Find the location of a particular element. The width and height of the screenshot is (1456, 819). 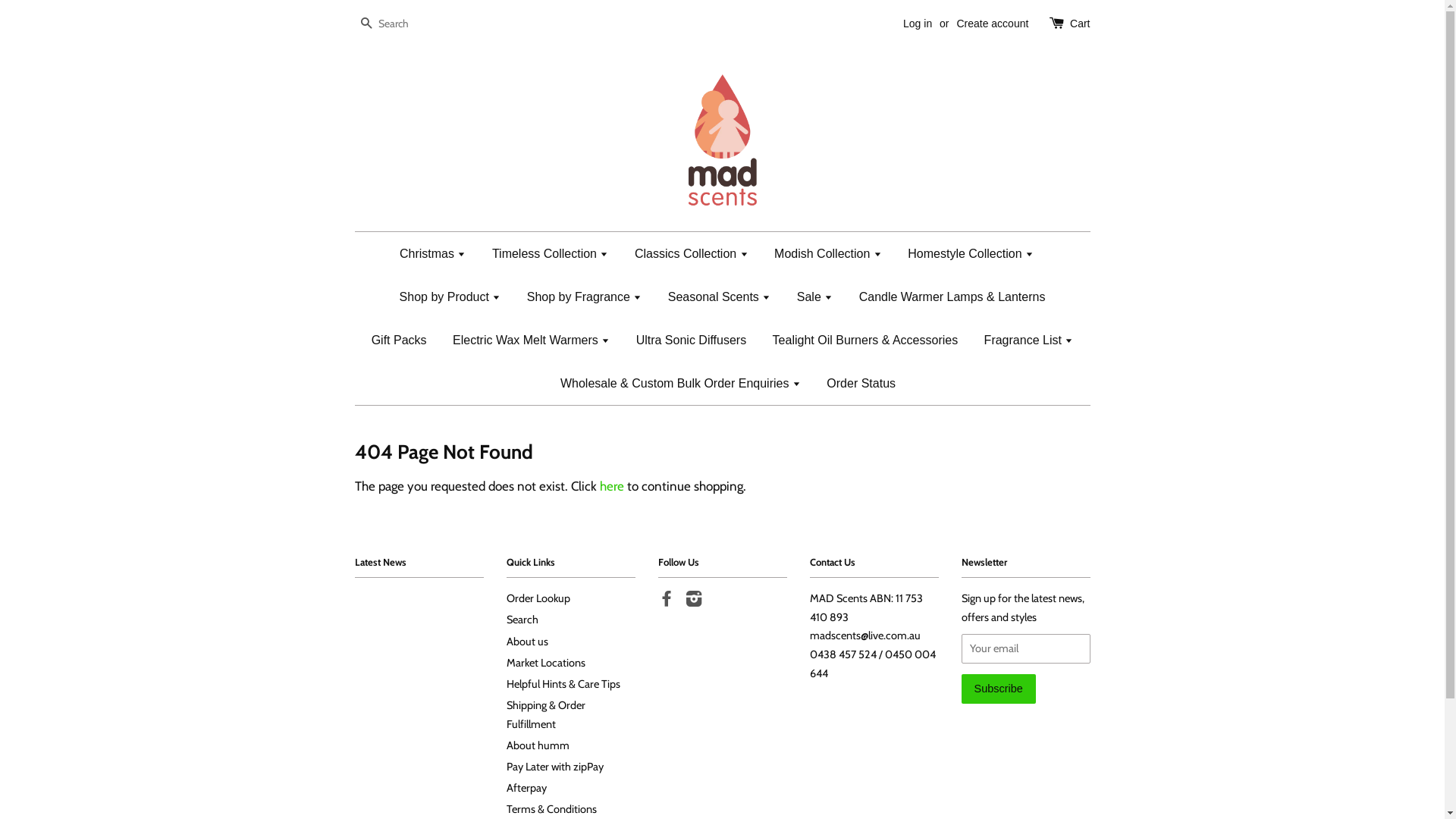

'Order Status' is located at coordinates (855, 382).